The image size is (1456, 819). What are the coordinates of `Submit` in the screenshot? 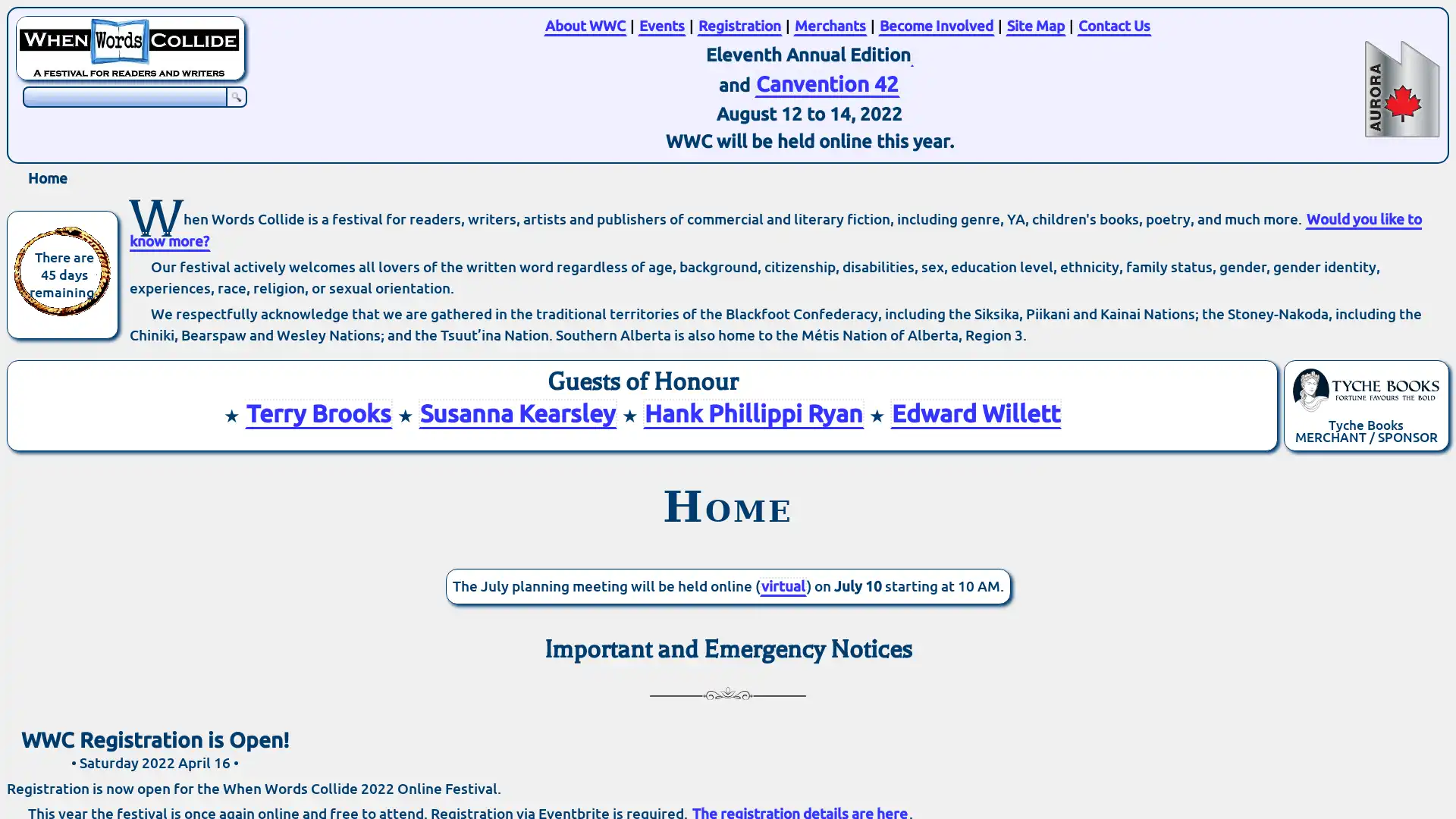 It's located at (236, 96).